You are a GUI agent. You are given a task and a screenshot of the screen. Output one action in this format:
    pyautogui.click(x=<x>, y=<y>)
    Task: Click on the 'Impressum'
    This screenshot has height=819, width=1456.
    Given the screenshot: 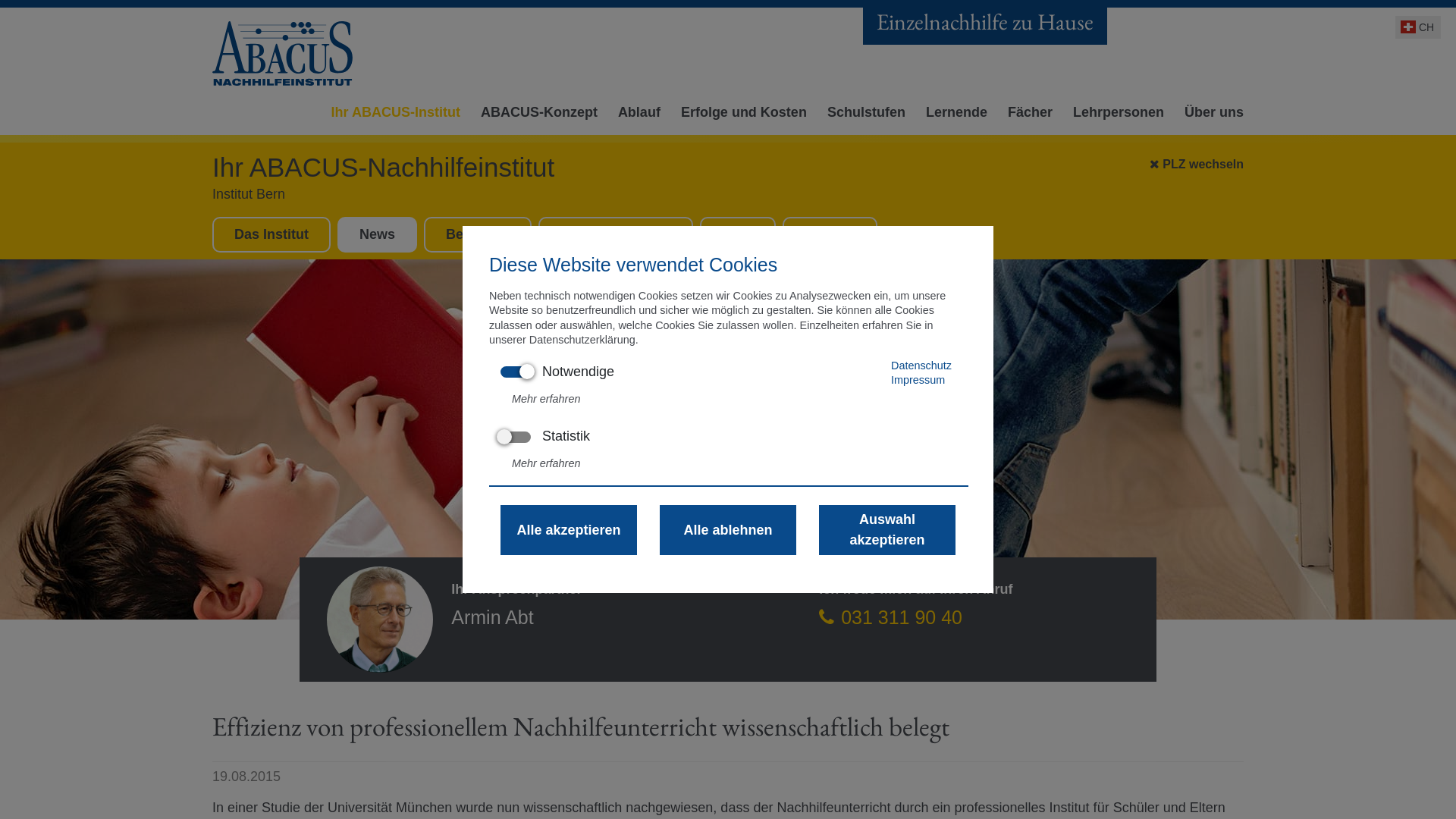 What is the action you would take?
    pyautogui.click(x=891, y=379)
    